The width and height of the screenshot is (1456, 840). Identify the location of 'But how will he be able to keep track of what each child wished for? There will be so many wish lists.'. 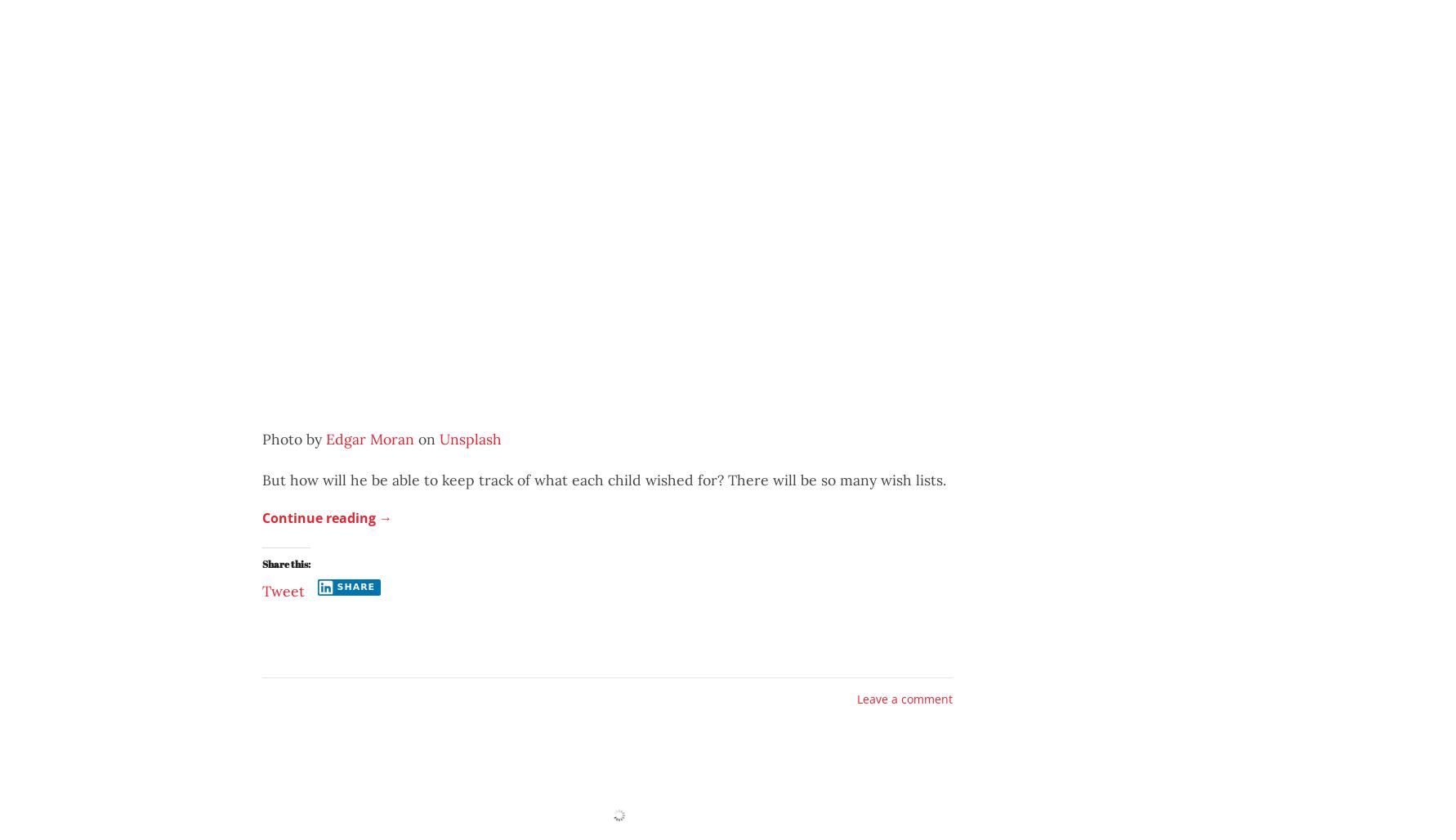
(604, 478).